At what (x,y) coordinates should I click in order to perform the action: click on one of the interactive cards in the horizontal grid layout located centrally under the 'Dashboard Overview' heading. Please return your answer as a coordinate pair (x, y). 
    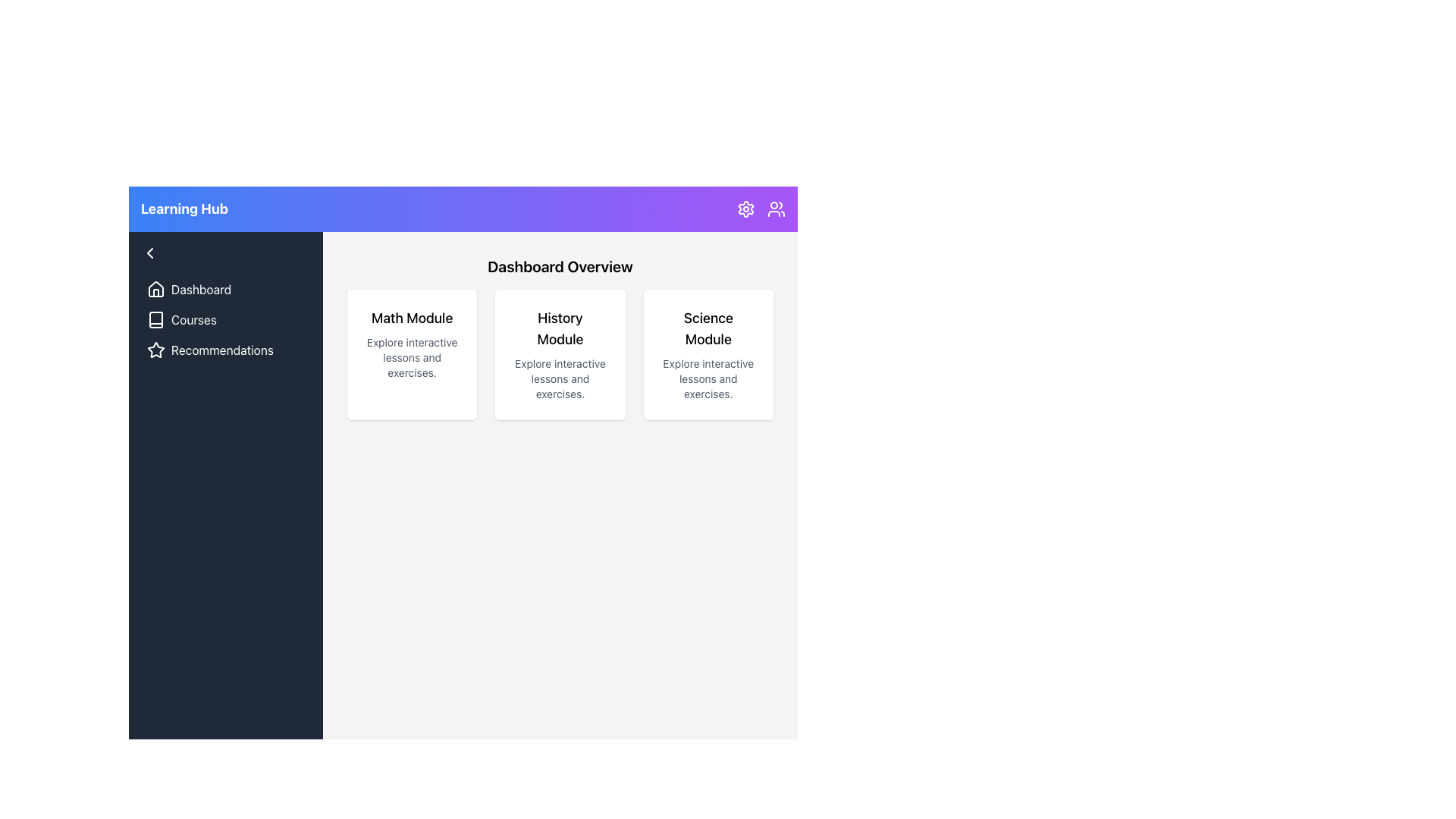
    Looking at the image, I should click on (560, 354).